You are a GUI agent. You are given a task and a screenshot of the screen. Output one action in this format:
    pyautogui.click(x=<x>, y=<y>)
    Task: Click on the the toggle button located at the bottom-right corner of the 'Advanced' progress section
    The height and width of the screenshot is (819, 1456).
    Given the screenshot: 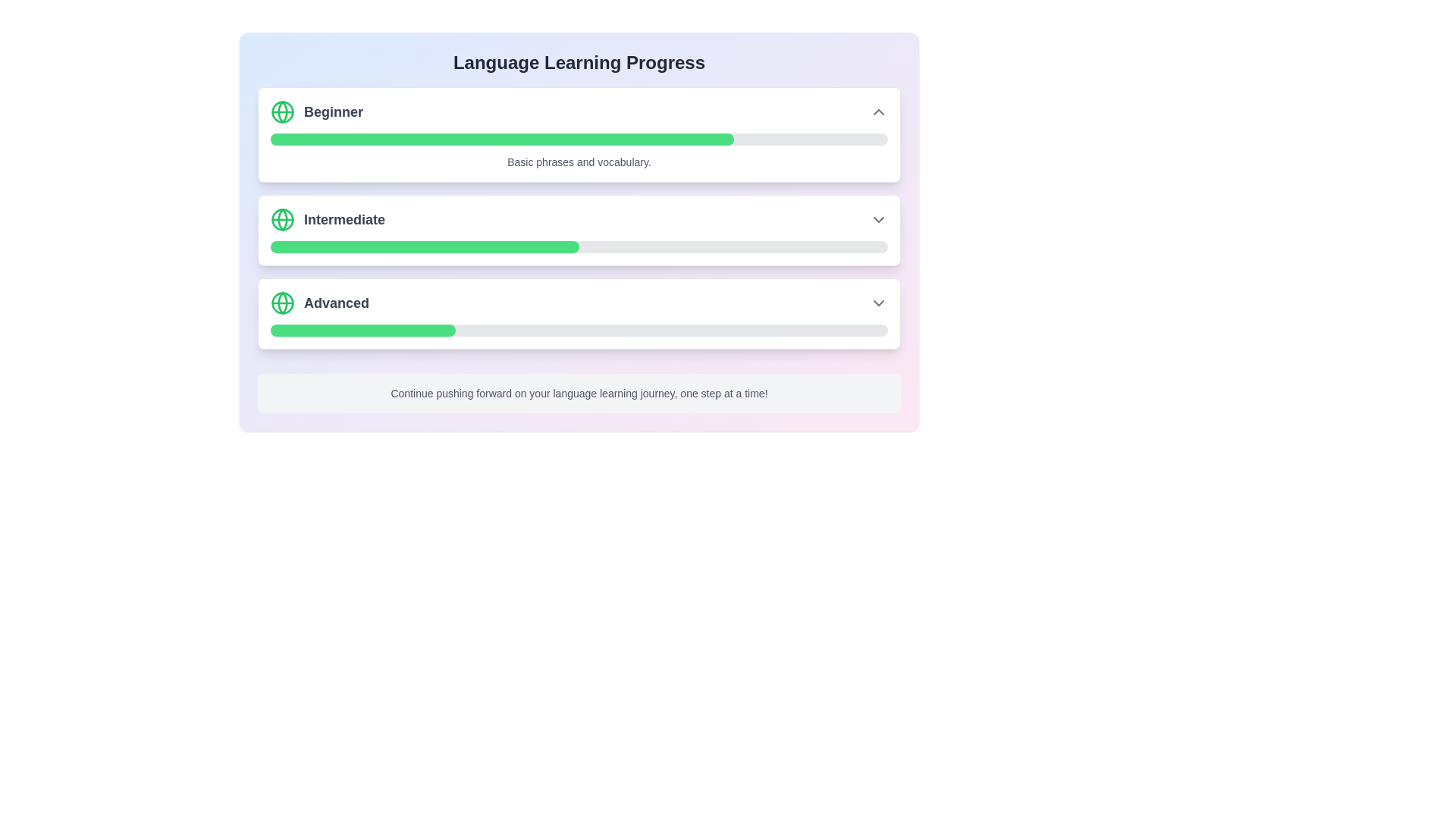 What is the action you would take?
    pyautogui.click(x=878, y=303)
    